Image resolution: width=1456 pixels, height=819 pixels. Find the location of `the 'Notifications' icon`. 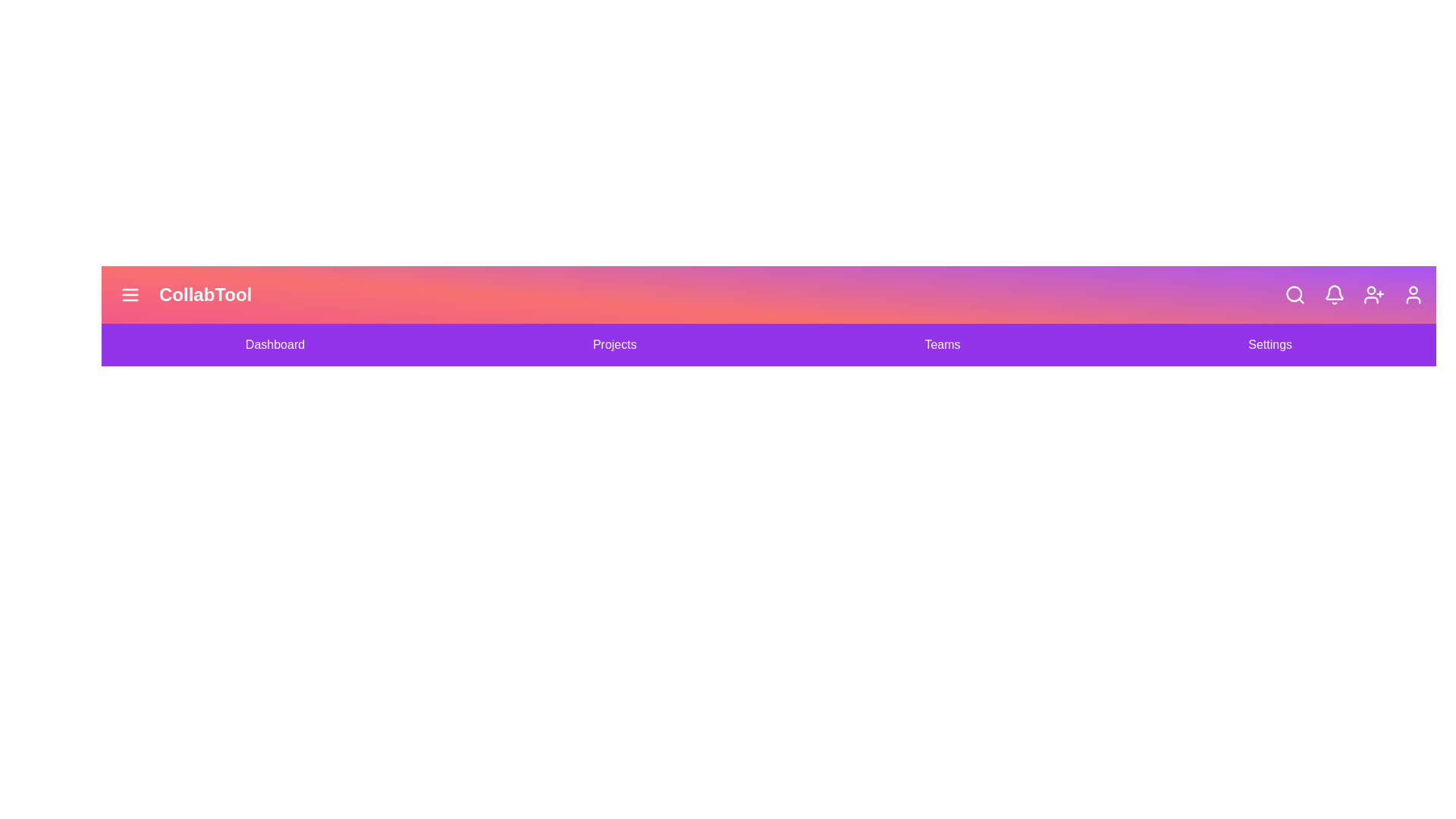

the 'Notifications' icon is located at coordinates (1335, 295).